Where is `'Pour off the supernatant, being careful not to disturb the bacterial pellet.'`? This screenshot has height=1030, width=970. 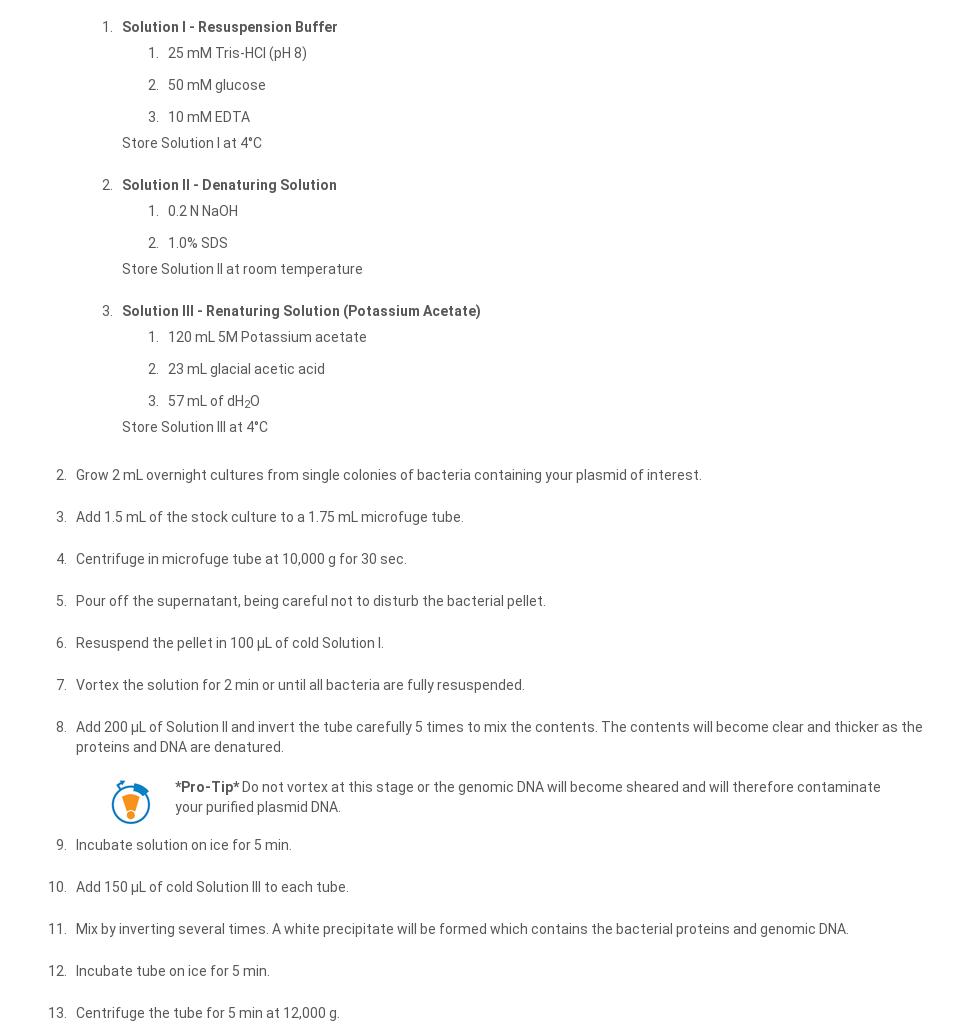
'Pour off the supernatant, being careful not to disturb the bacterial pellet.' is located at coordinates (310, 599).